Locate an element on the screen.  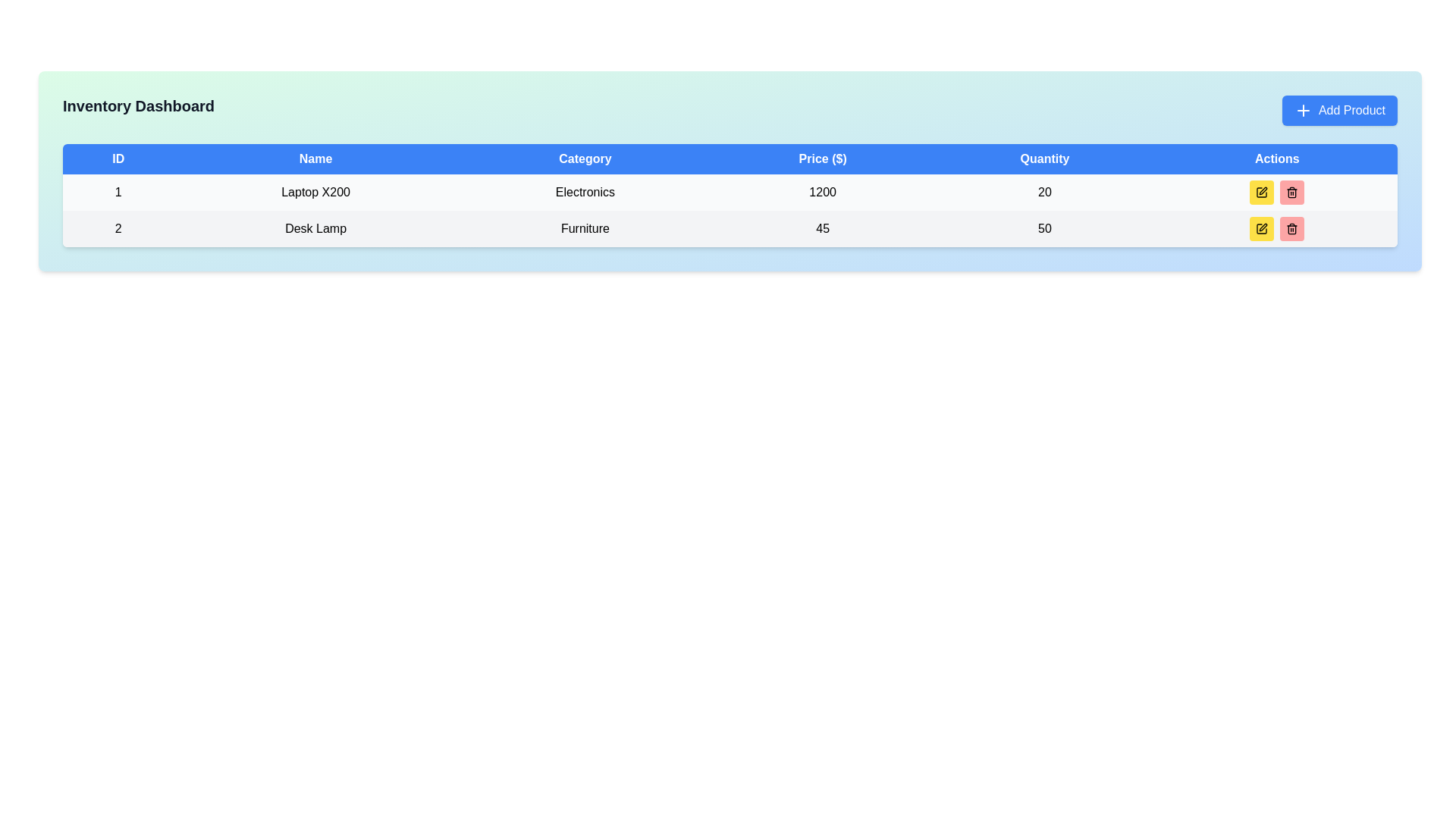
the Table Header element labeled 'ID', which is a blue rectangular button with white text, located at the leftmost side of the table headers is located at coordinates (118, 158).